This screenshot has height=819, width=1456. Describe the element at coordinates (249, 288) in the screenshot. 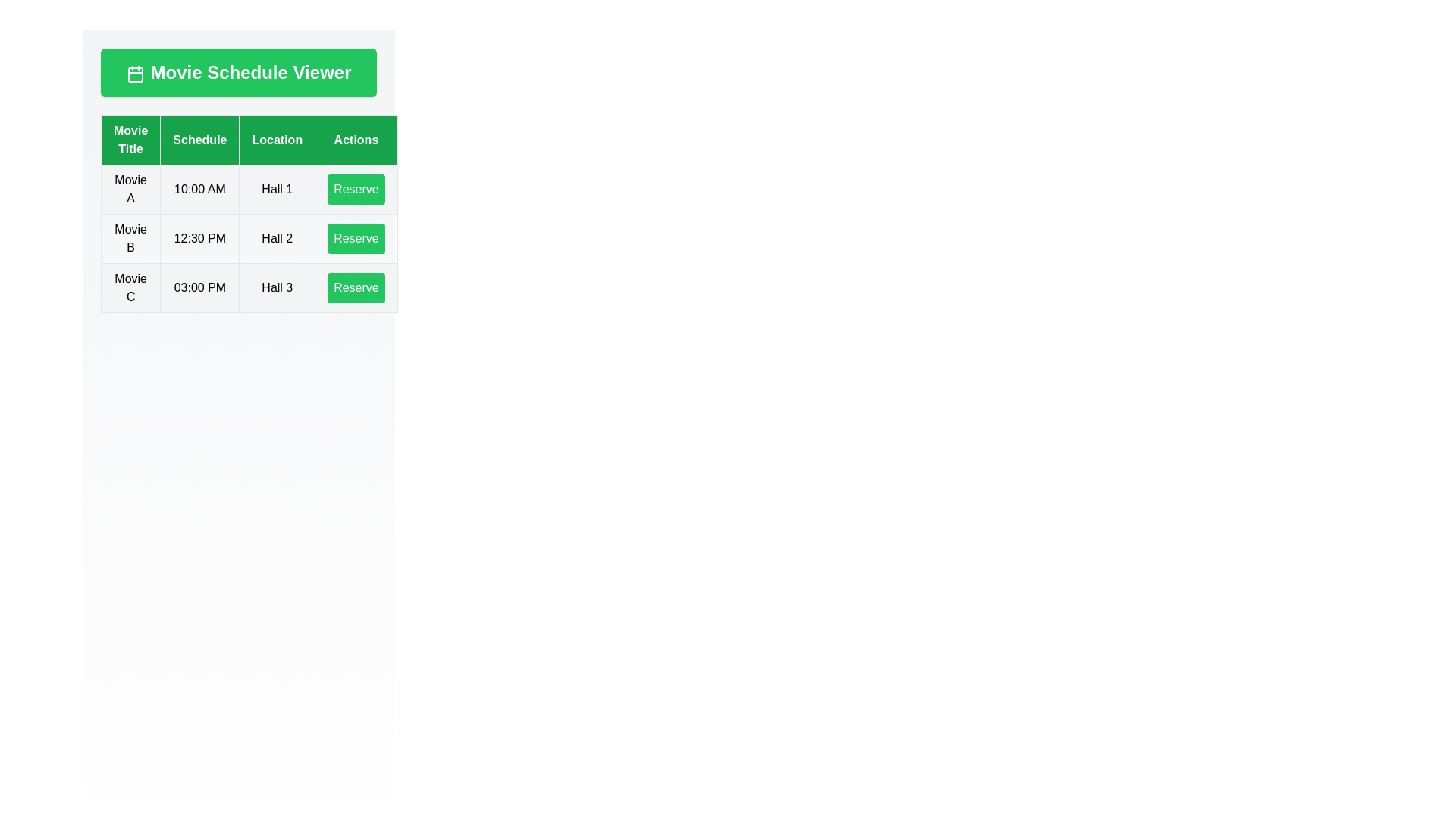

I see `the row corresponding to Movie C` at that location.